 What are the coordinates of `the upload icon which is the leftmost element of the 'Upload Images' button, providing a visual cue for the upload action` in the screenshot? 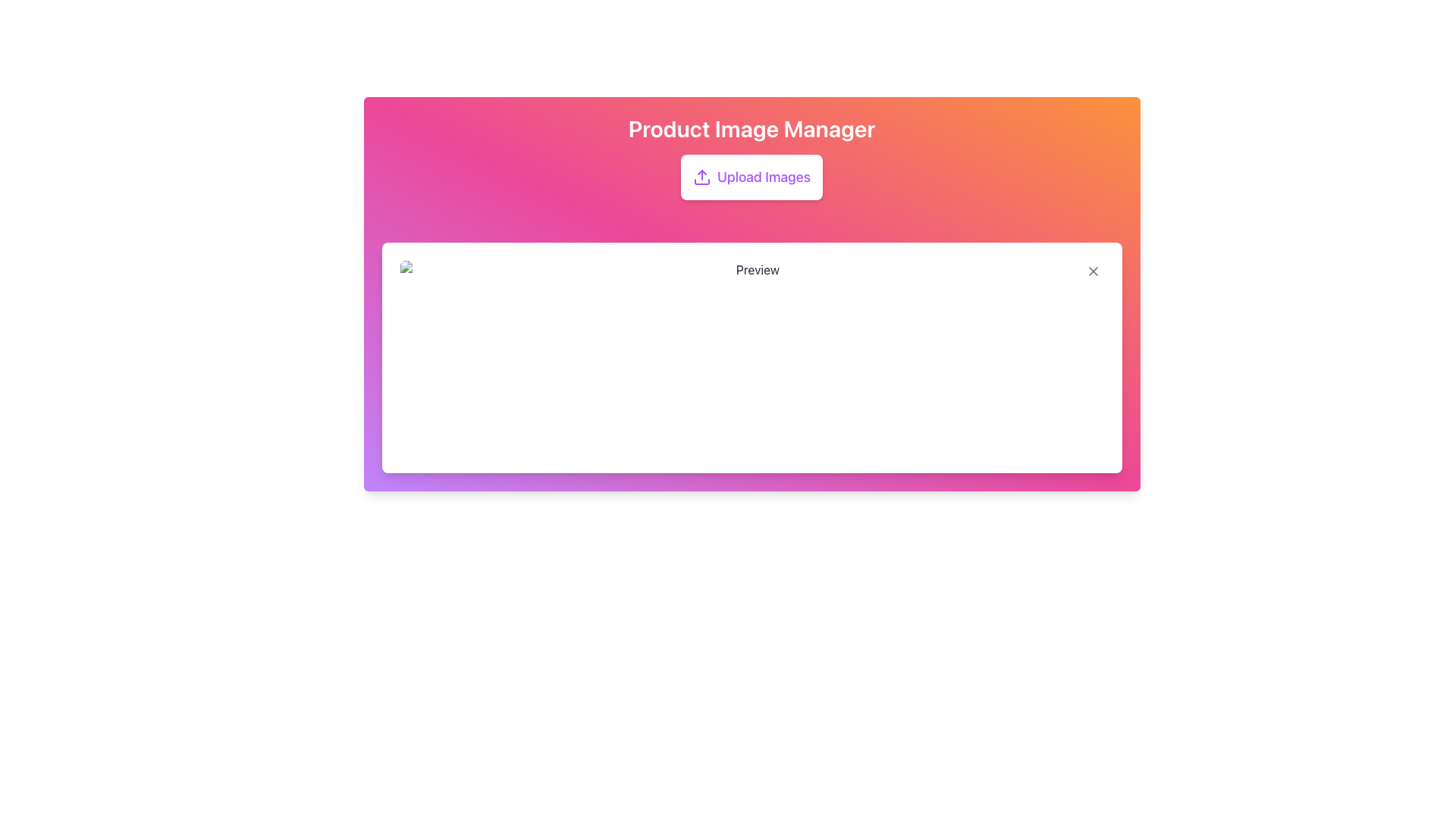 It's located at (701, 177).